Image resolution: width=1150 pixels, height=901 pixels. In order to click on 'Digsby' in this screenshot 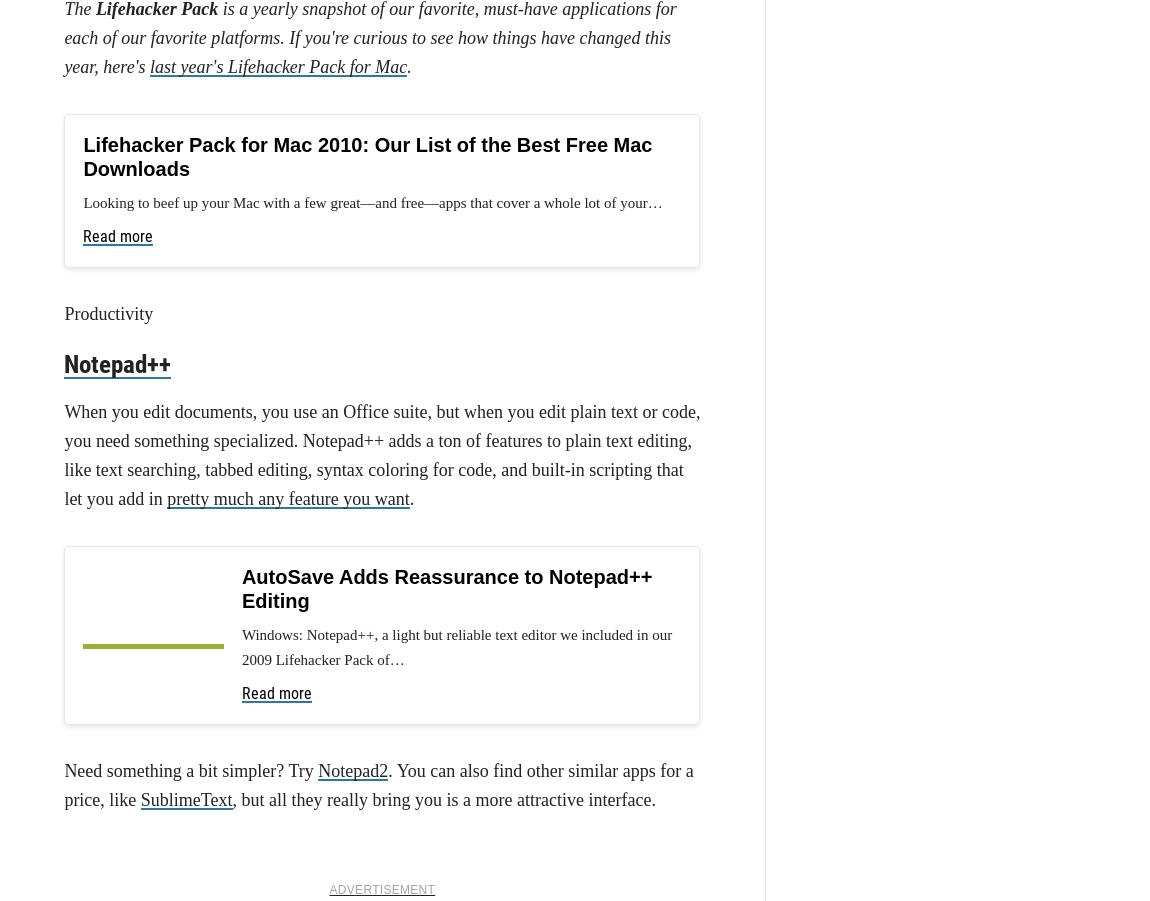, I will do `click(307, 846)`.